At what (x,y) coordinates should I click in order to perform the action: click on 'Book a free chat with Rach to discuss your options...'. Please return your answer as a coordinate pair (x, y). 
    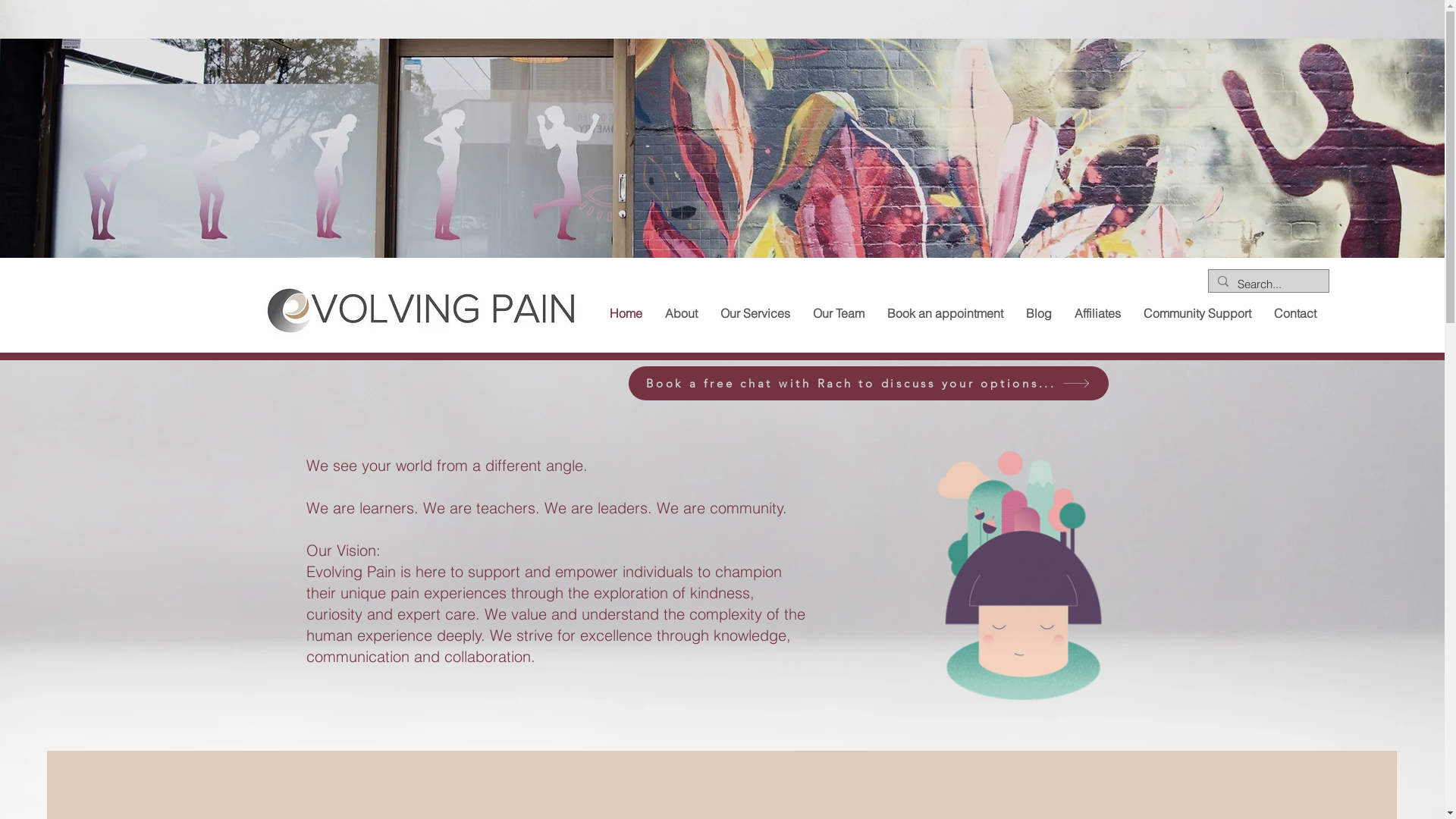
    Looking at the image, I should click on (628, 382).